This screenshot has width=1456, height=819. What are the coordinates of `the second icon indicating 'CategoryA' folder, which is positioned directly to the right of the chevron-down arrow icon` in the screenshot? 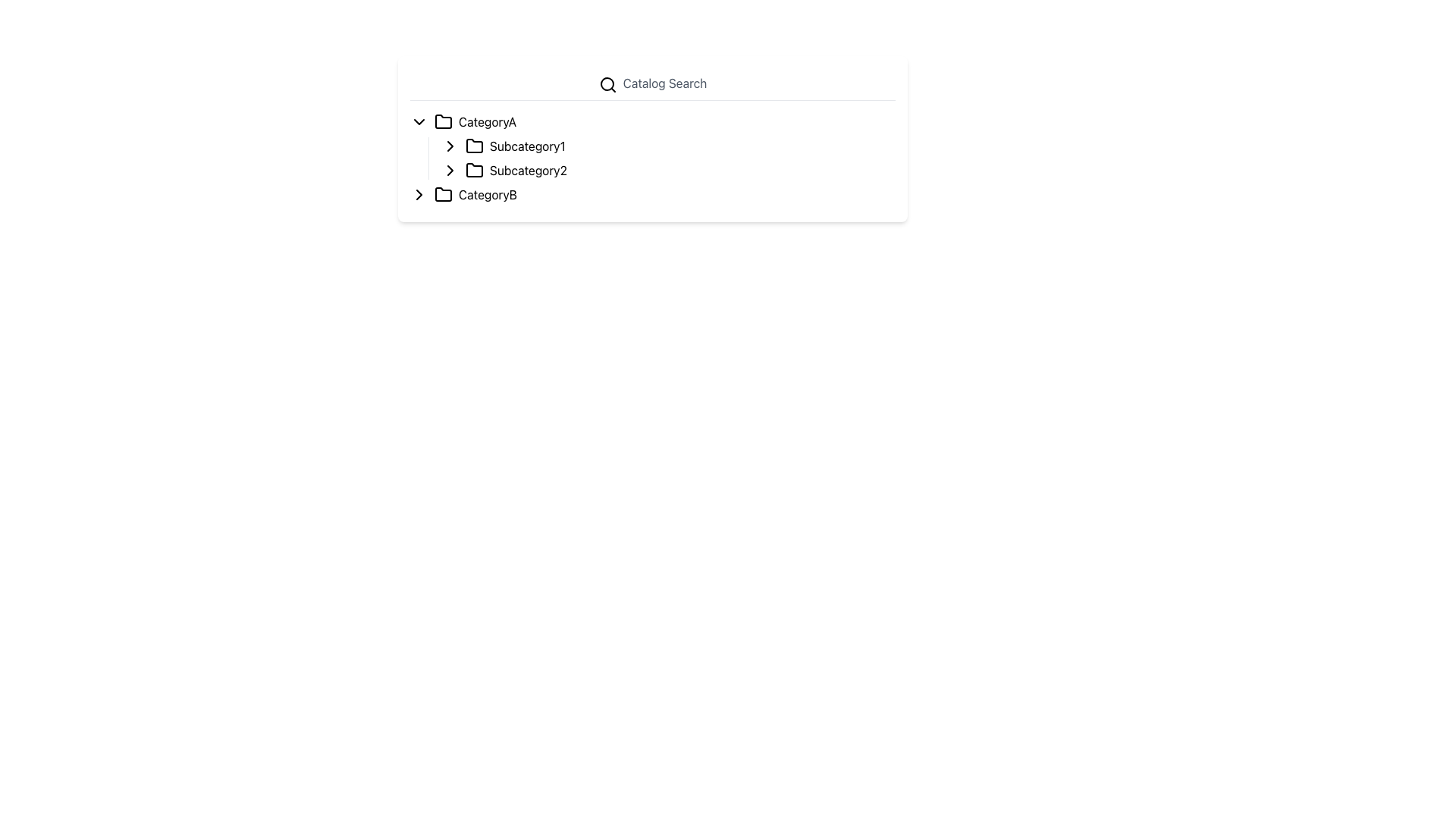 It's located at (443, 120).